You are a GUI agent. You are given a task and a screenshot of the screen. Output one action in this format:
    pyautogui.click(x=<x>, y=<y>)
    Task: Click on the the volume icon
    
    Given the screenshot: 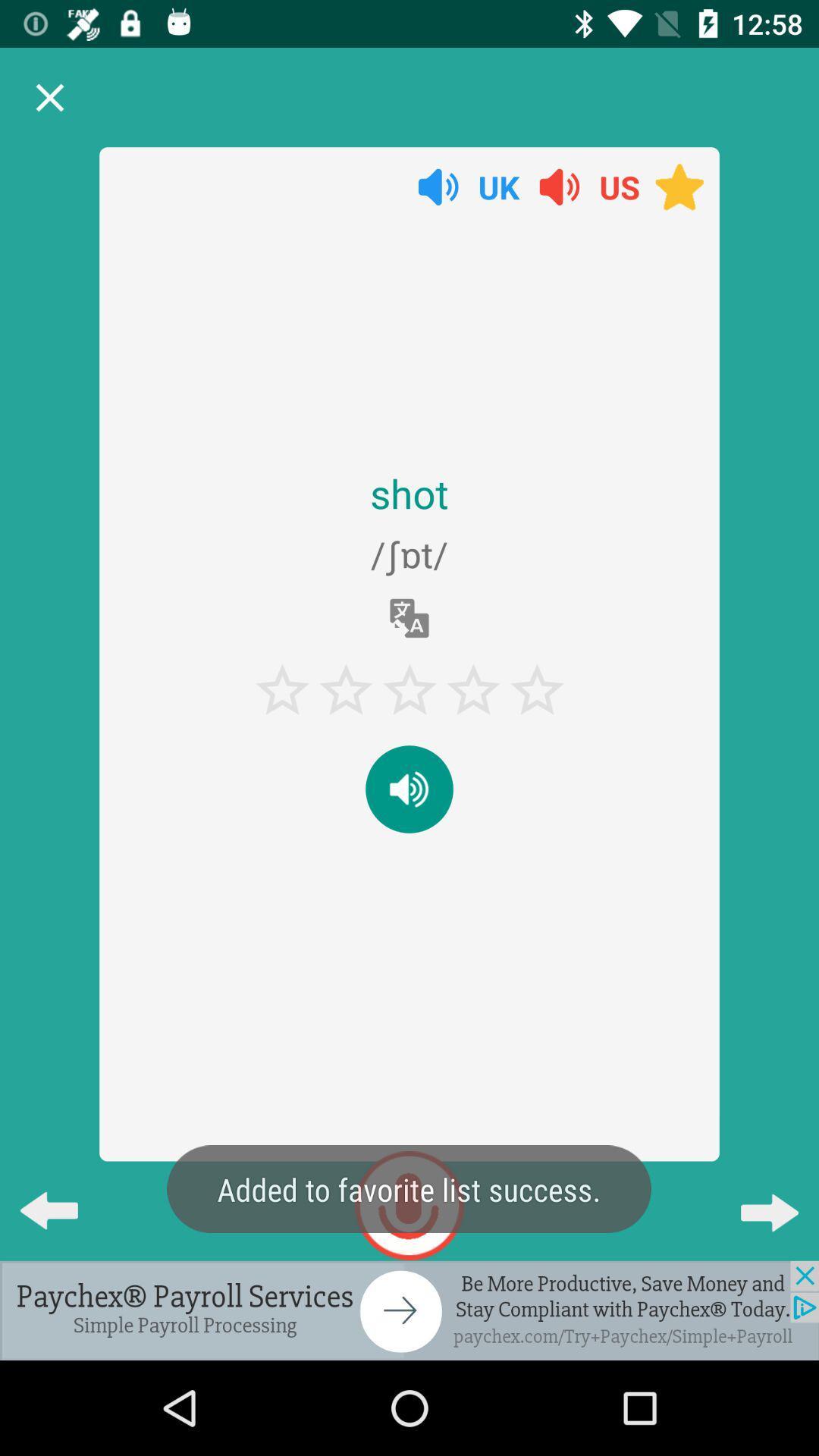 What is the action you would take?
    pyautogui.click(x=409, y=789)
    